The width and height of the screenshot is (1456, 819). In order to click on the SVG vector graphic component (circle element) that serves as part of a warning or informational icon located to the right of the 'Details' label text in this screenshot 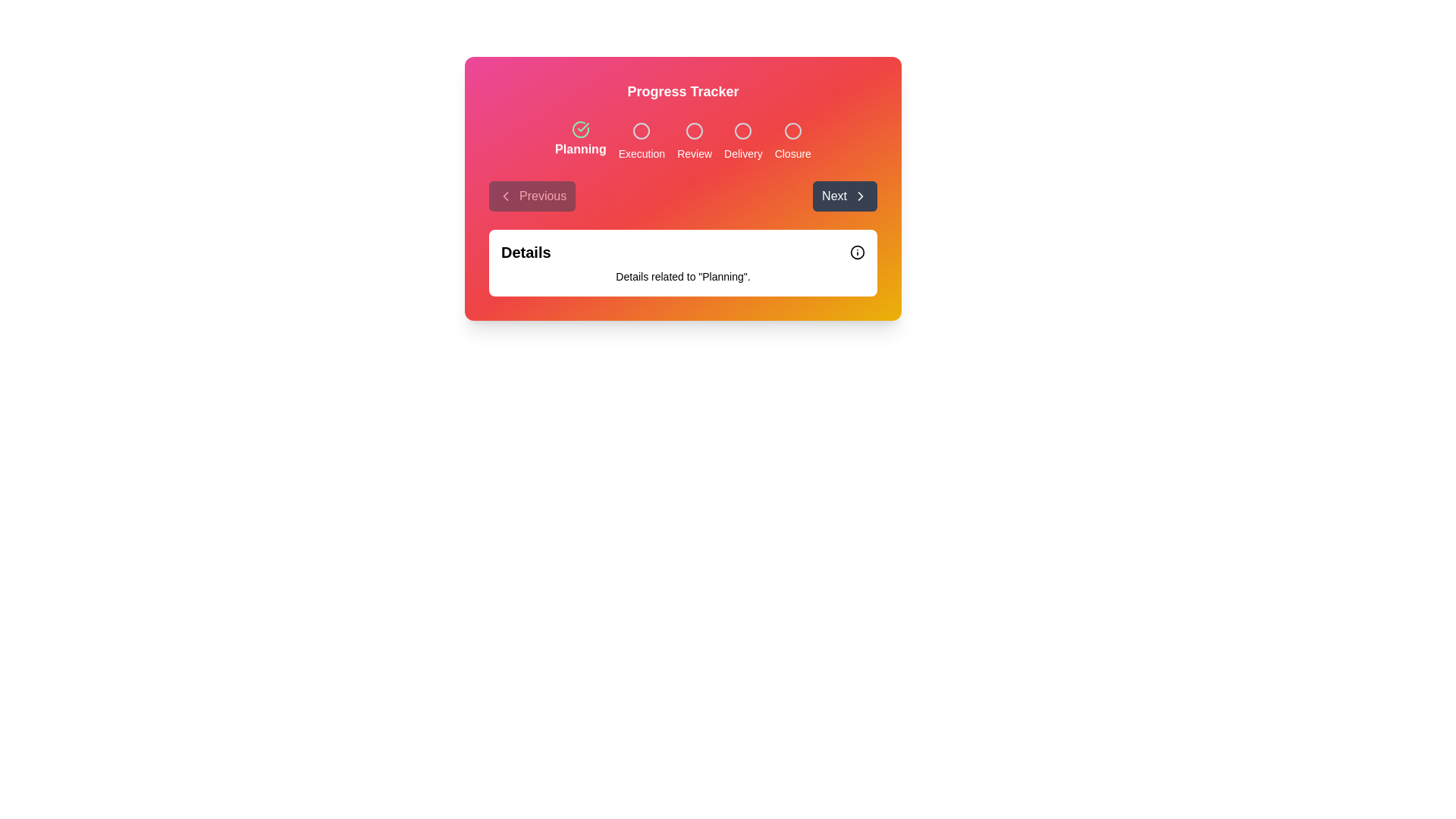, I will do `click(858, 251)`.